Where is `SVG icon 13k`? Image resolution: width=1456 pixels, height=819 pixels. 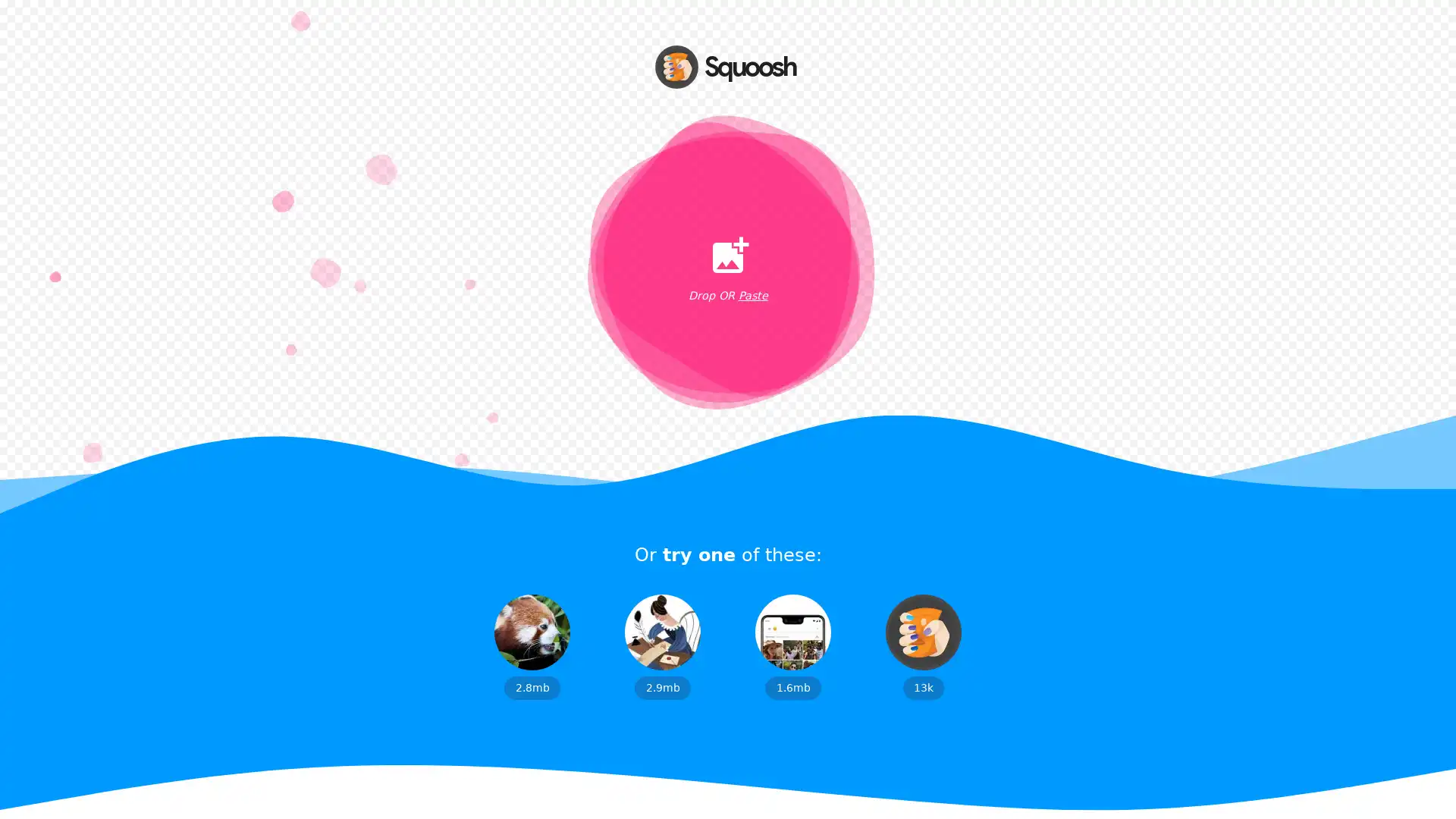
SVG icon 13k is located at coordinates (923, 646).